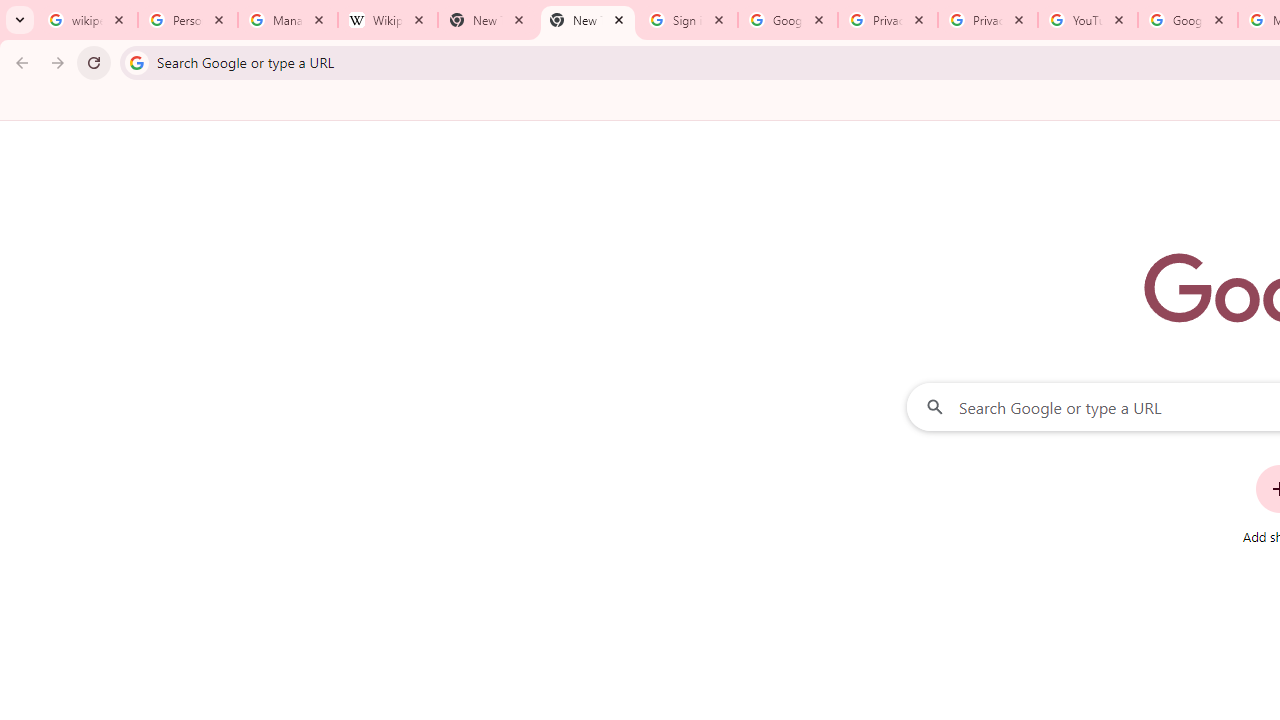 The width and height of the screenshot is (1280, 720). Describe the element at coordinates (1087, 20) in the screenshot. I see `'YouTube'` at that location.